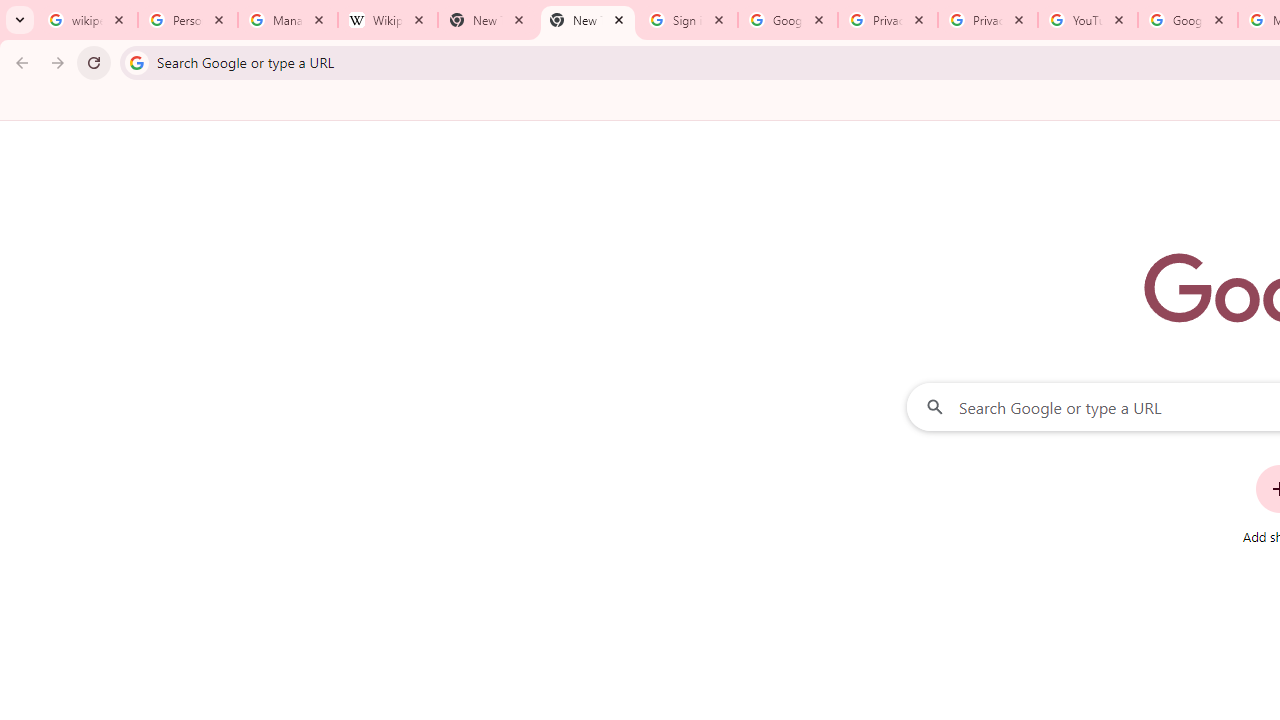 The width and height of the screenshot is (1280, 720). Describe the element at coordinates (1087, 20) in the screenshot. I see `'YouTube'` at that location.